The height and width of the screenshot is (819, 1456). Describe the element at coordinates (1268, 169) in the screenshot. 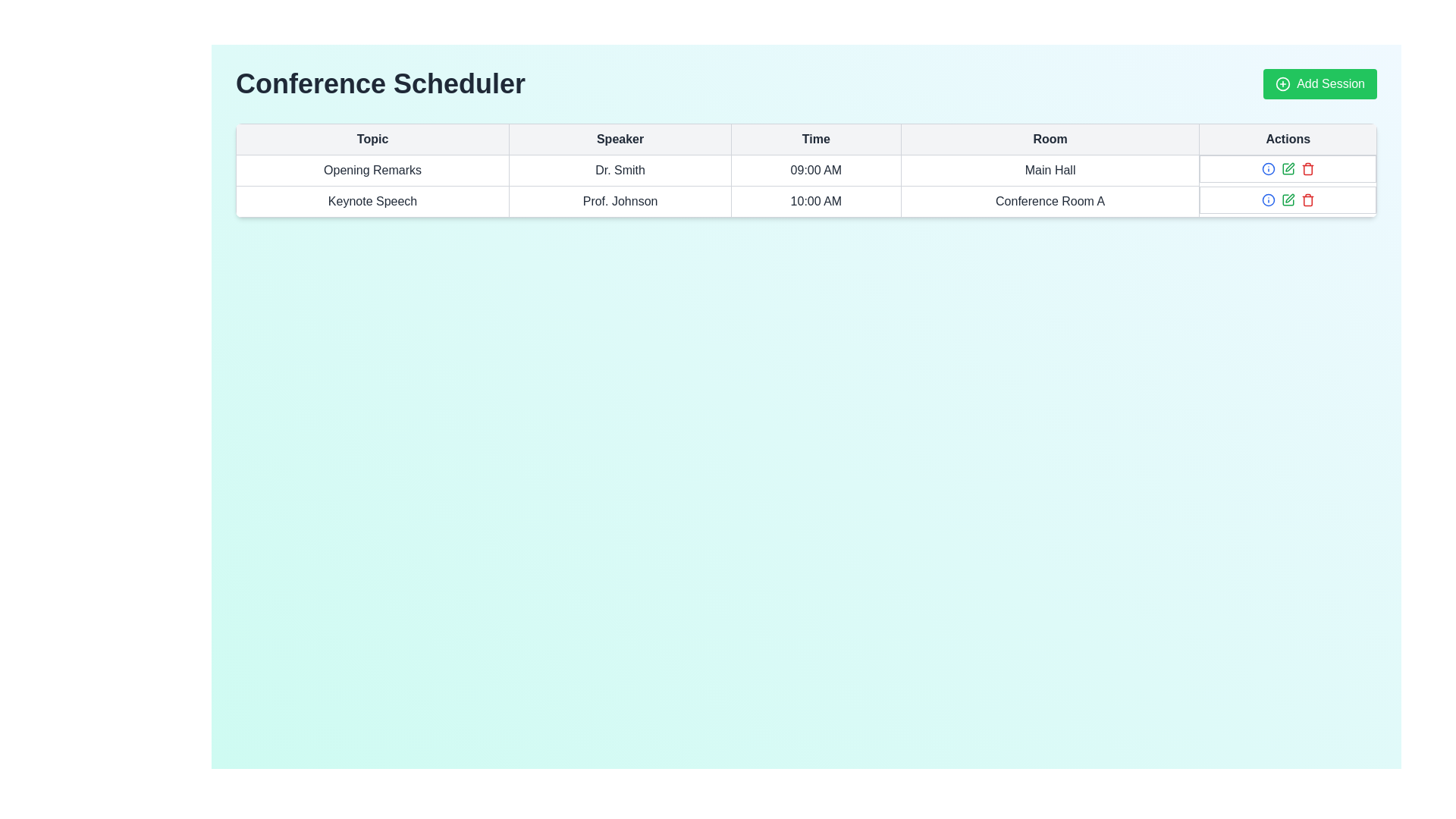

I see `the SVG circle component representing the 'info' icon in the 'Actions' section of the second row for the session 'Keynote Speech.'` at that location.